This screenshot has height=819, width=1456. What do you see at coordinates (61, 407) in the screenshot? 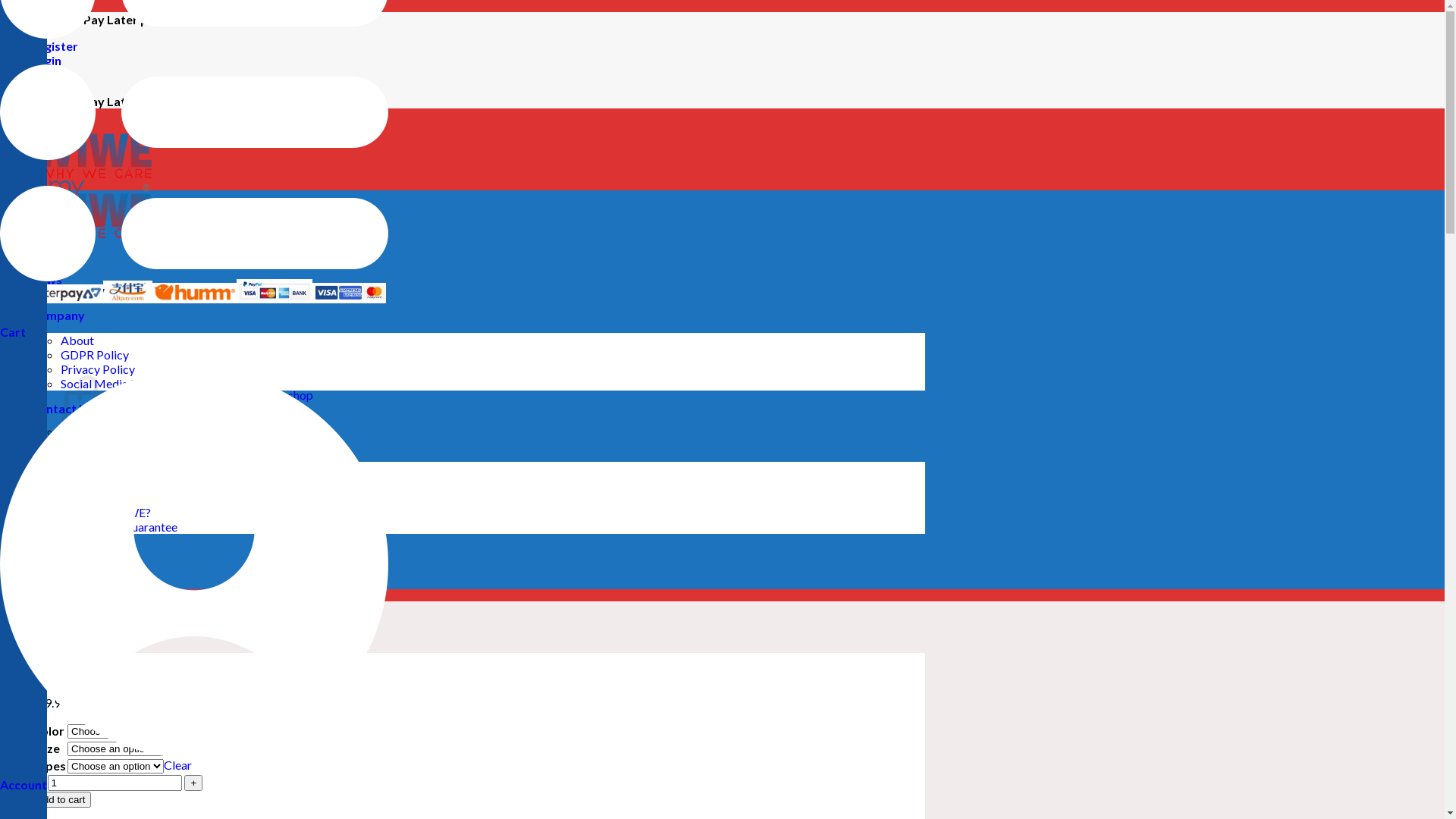
I see `'Contact Us'` at bounding box center [61, 407].